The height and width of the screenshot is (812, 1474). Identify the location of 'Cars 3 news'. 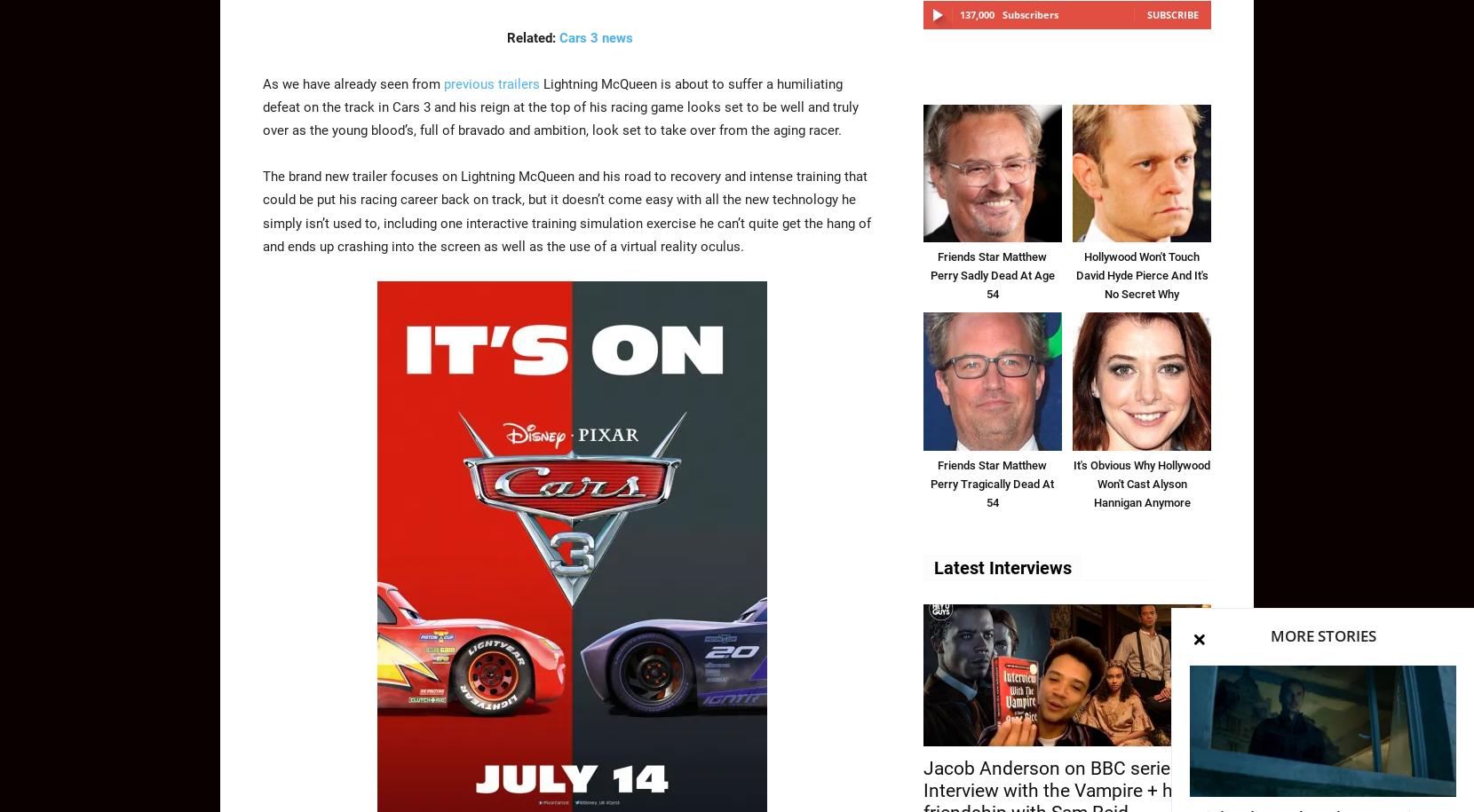
(595, 36).